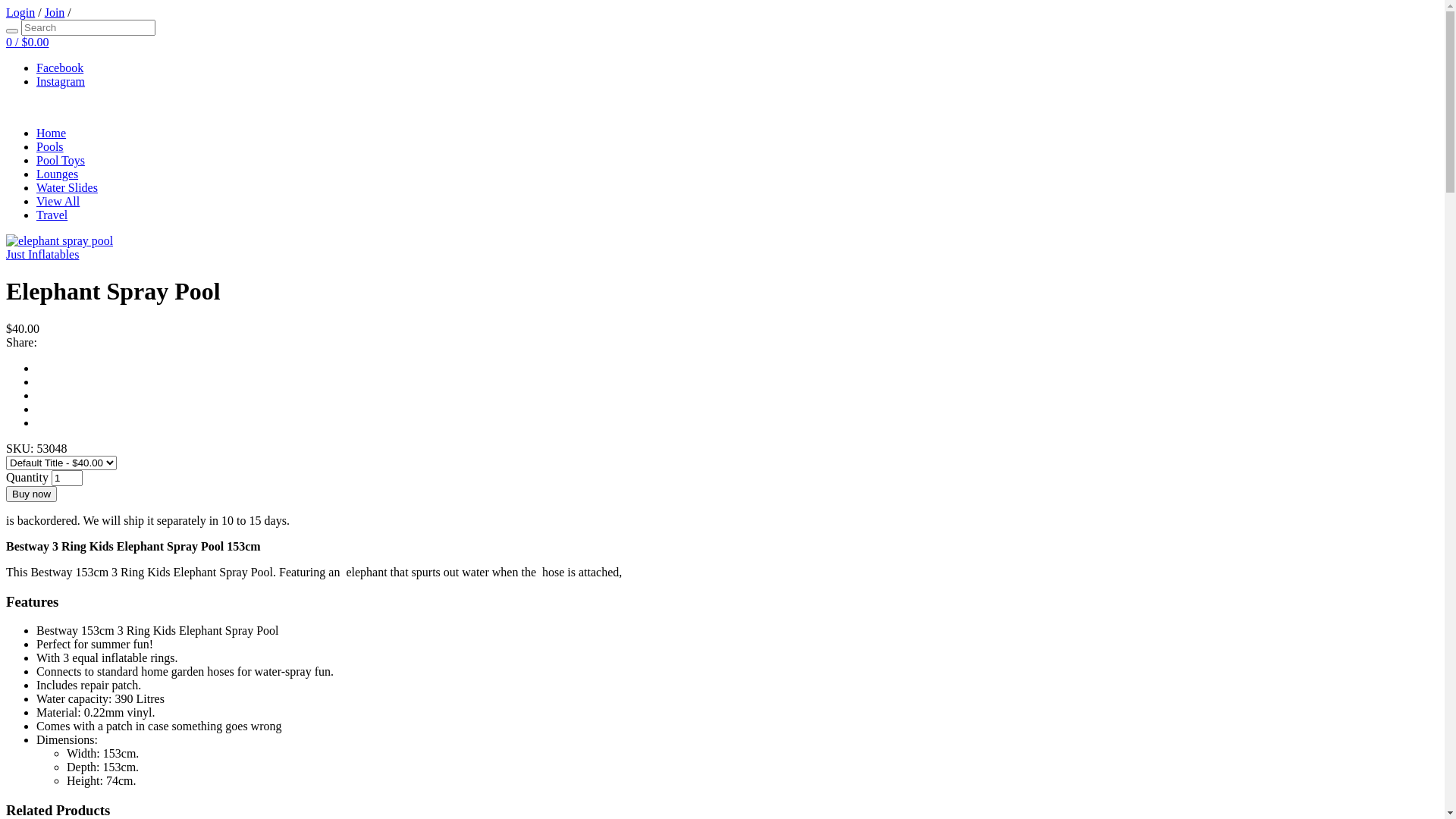 The width and height of the screenshot is (1456, 819). I want to click on 'elephant spray pool', so click(59, 240).